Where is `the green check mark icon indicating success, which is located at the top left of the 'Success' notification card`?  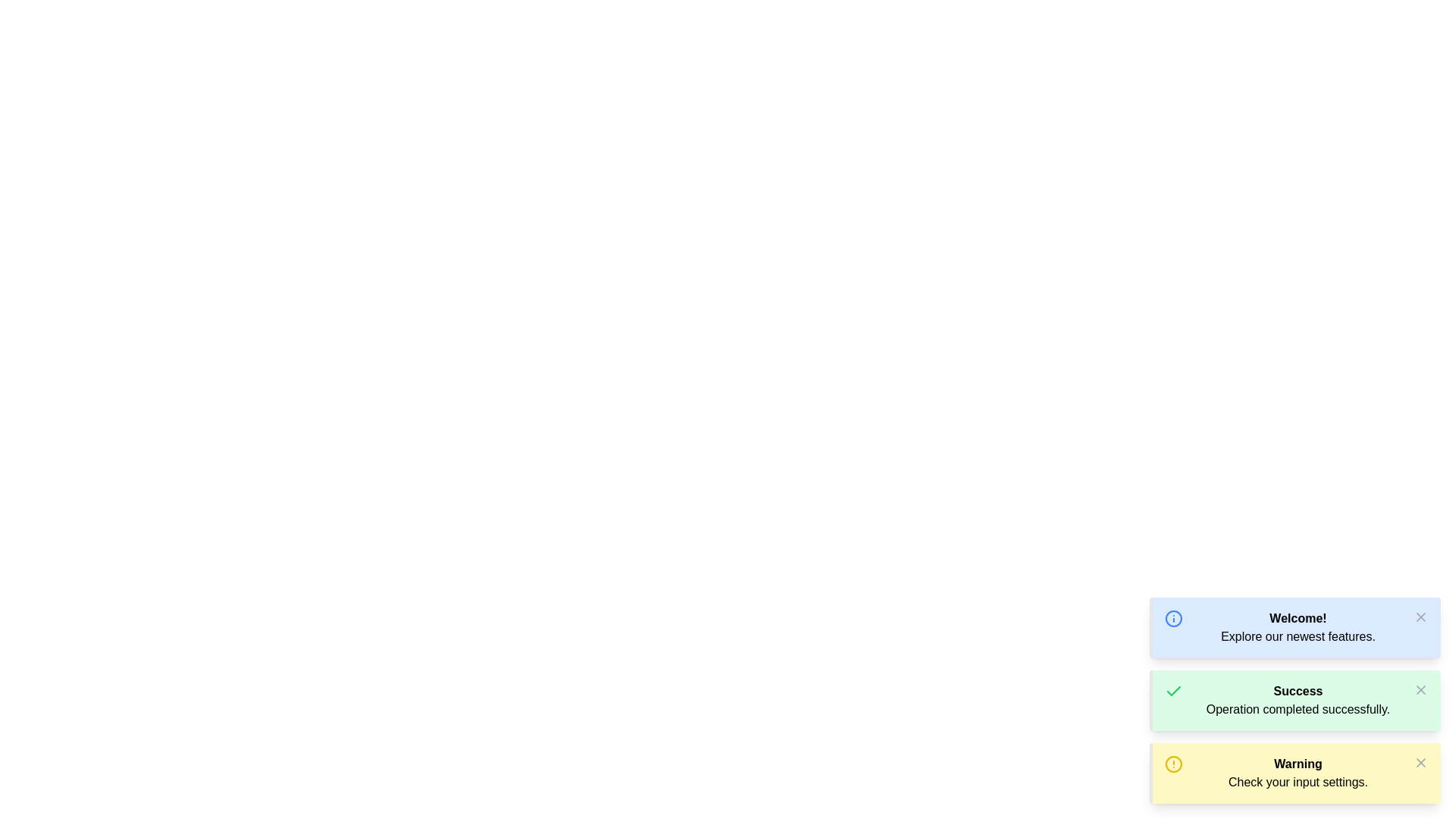
the green check mark icon indicating success, which is located at the top left of the 'Success' notification card is located at coordinates (1173, 691).